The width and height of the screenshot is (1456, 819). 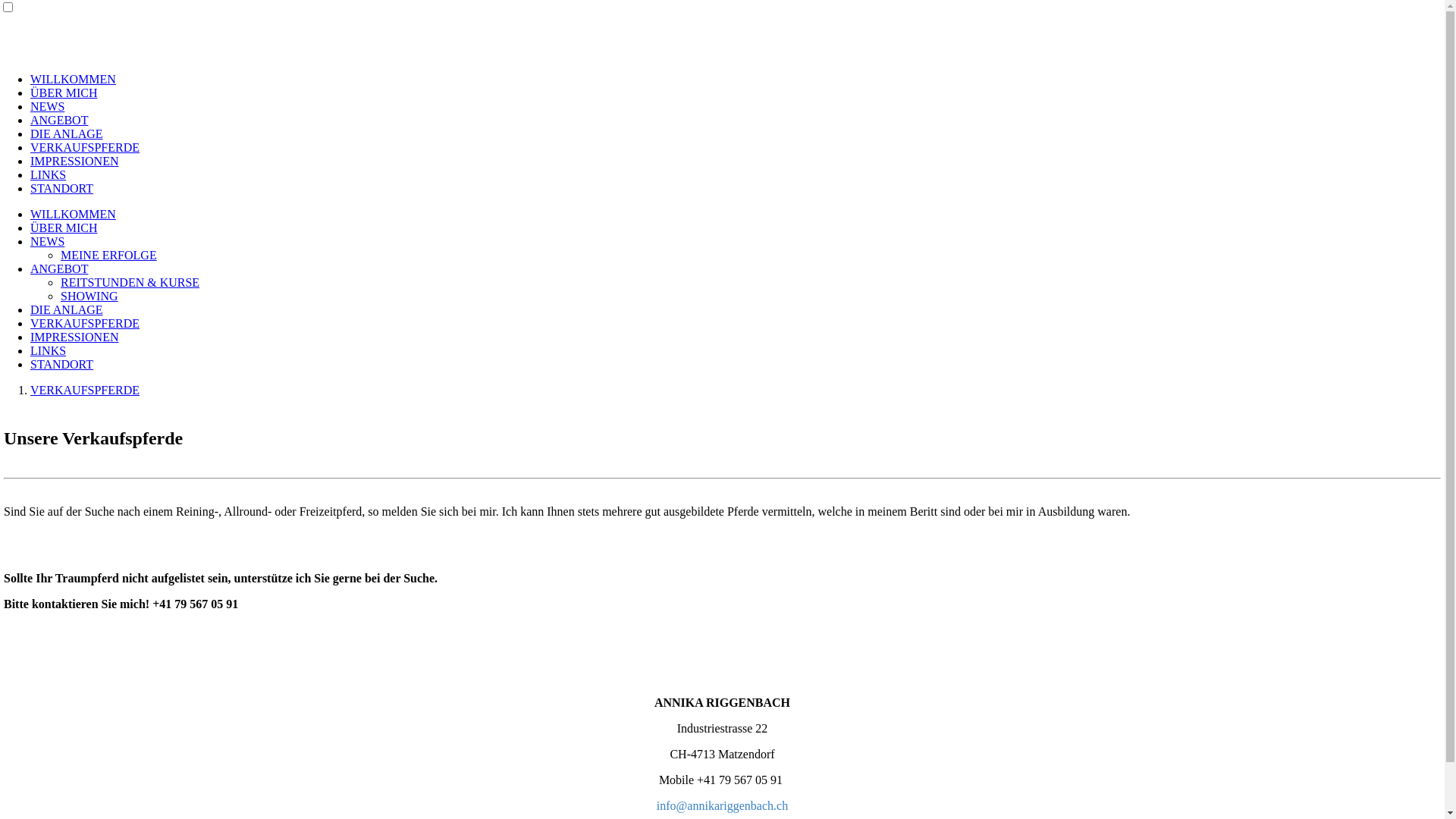 I want to click on 'STANDORT', so click(x=61, y=364).